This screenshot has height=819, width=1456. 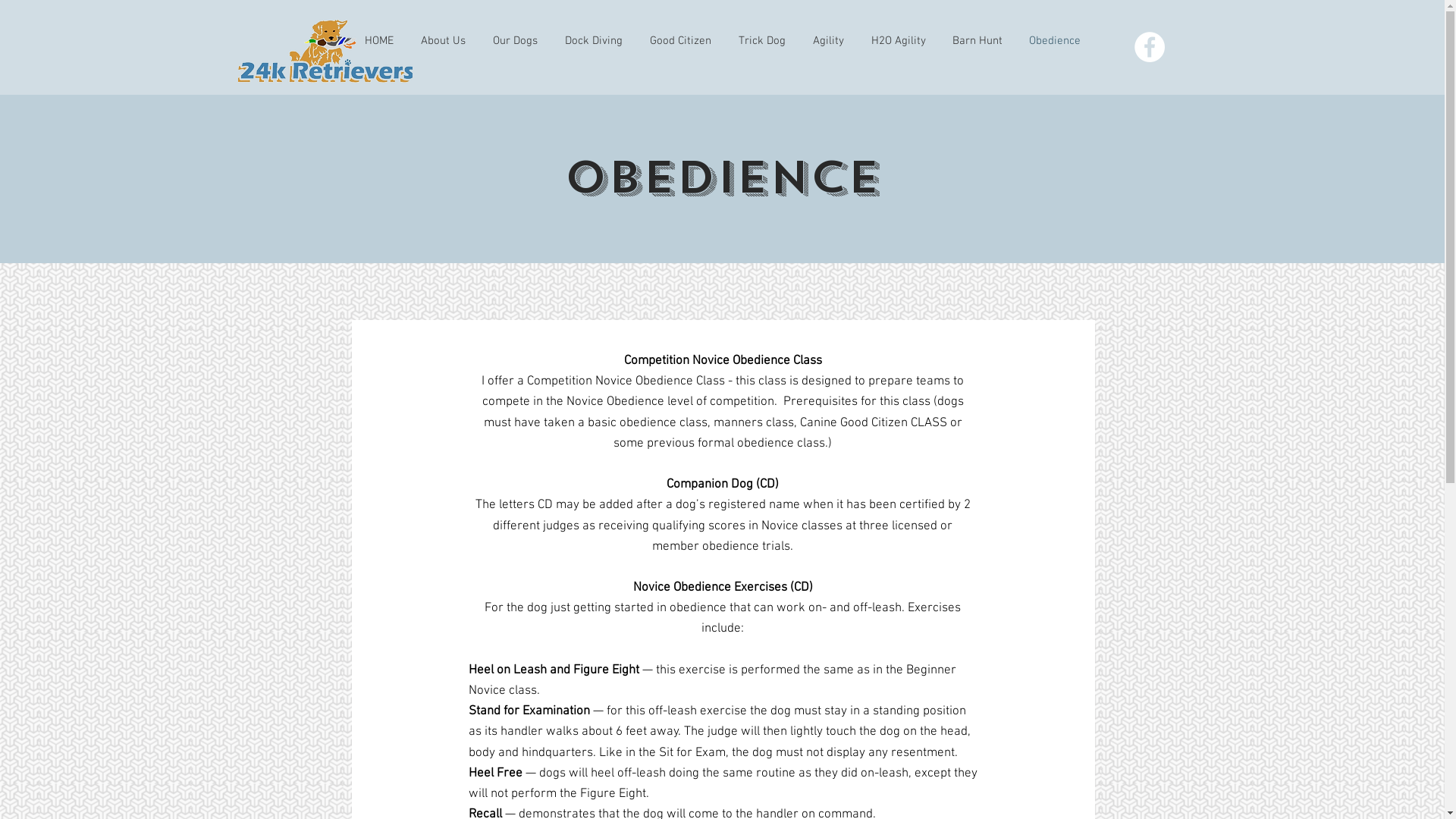 I want to click on 'H2O Agility', so click(x=898, y=40).